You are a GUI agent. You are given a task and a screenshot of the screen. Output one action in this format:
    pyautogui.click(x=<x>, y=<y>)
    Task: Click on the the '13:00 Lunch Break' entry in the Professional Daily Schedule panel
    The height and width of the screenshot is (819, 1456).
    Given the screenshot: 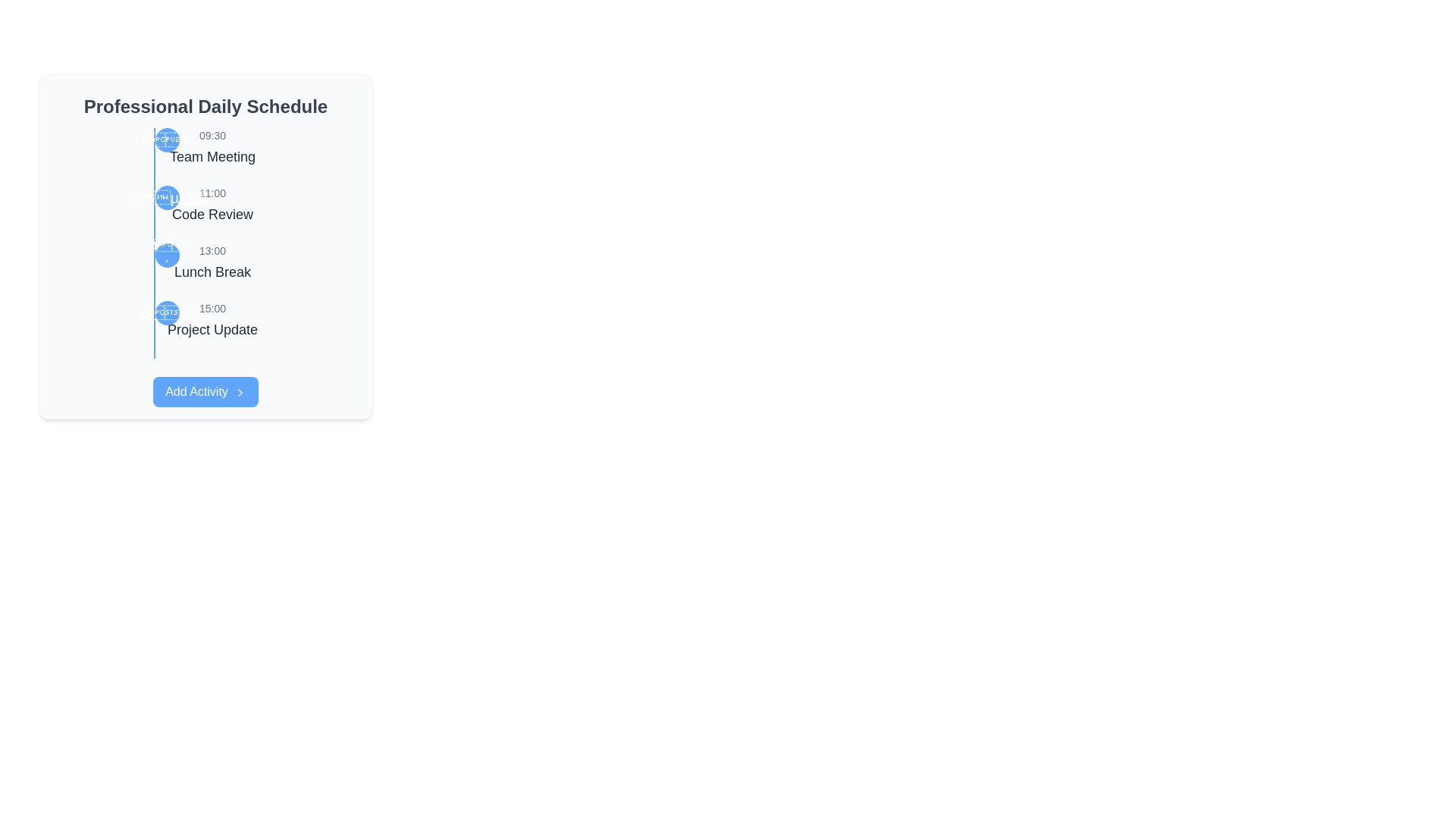 What is the action you would take?
    pyautogui.click(x=205, y=245)
    